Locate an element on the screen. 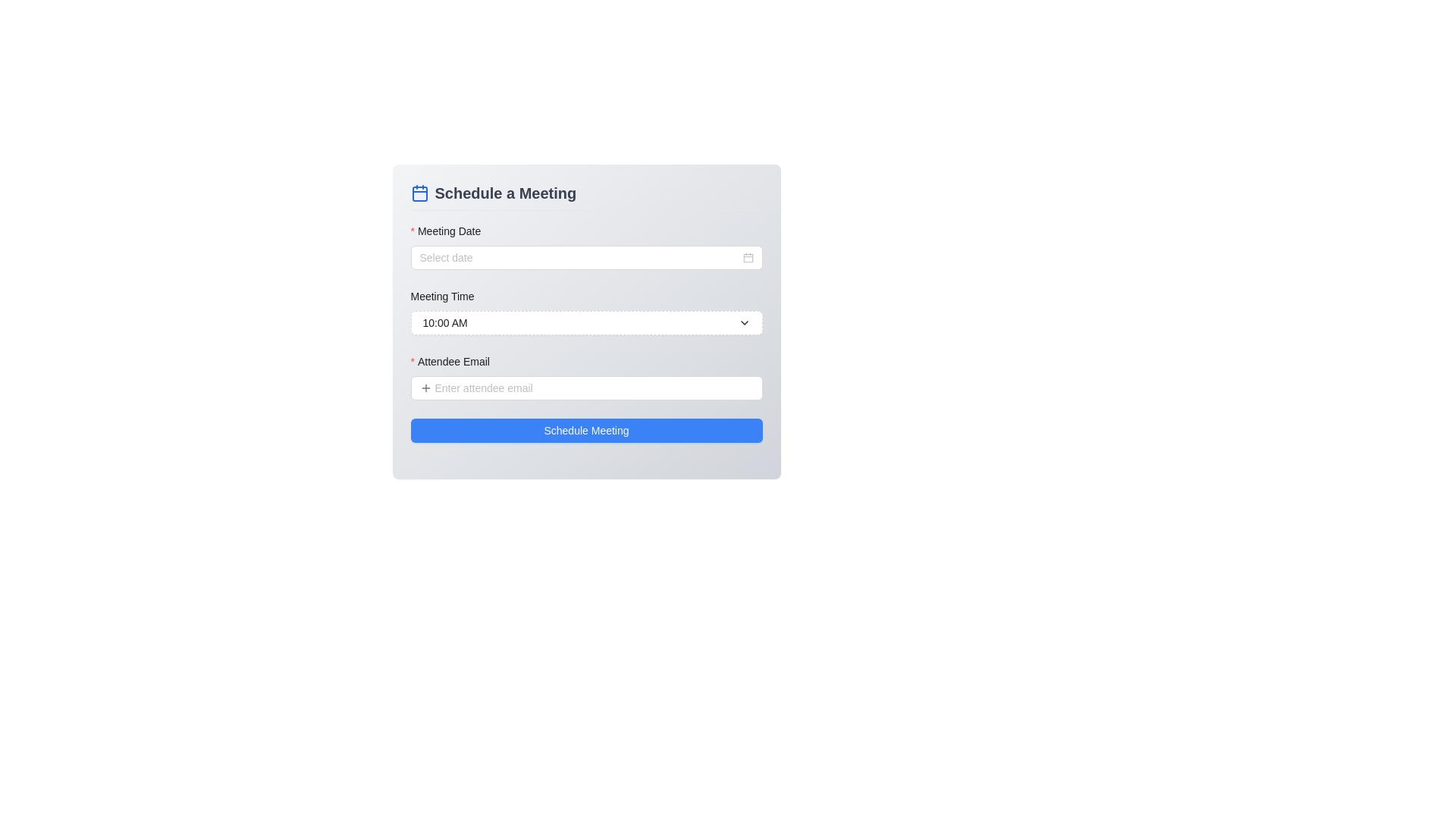 The image size is (1456, 819). the button with an icon located at the far-right end of the 'Meeting Date' input field is located at coordinates (748, 256).